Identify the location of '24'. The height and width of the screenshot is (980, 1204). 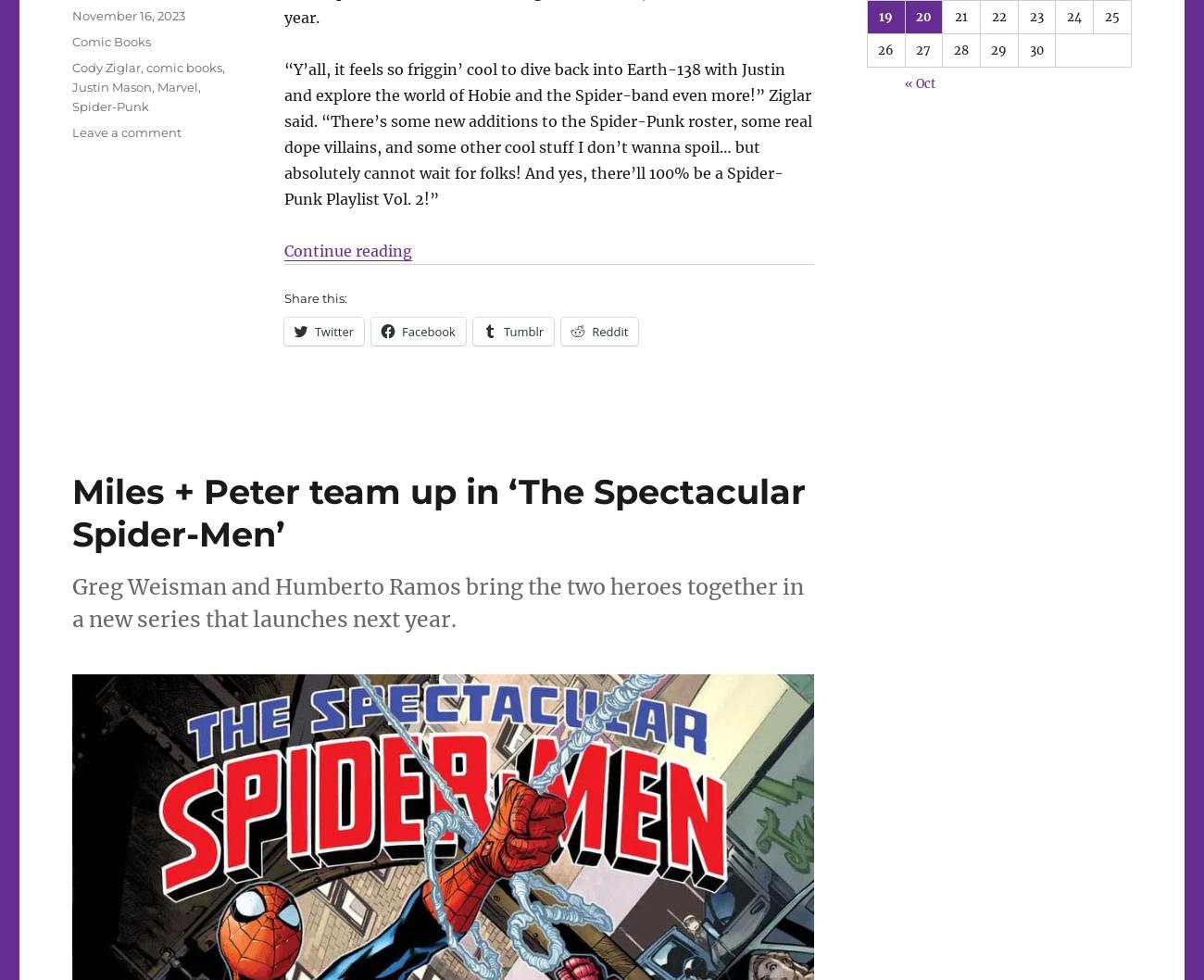
(1073, 16).